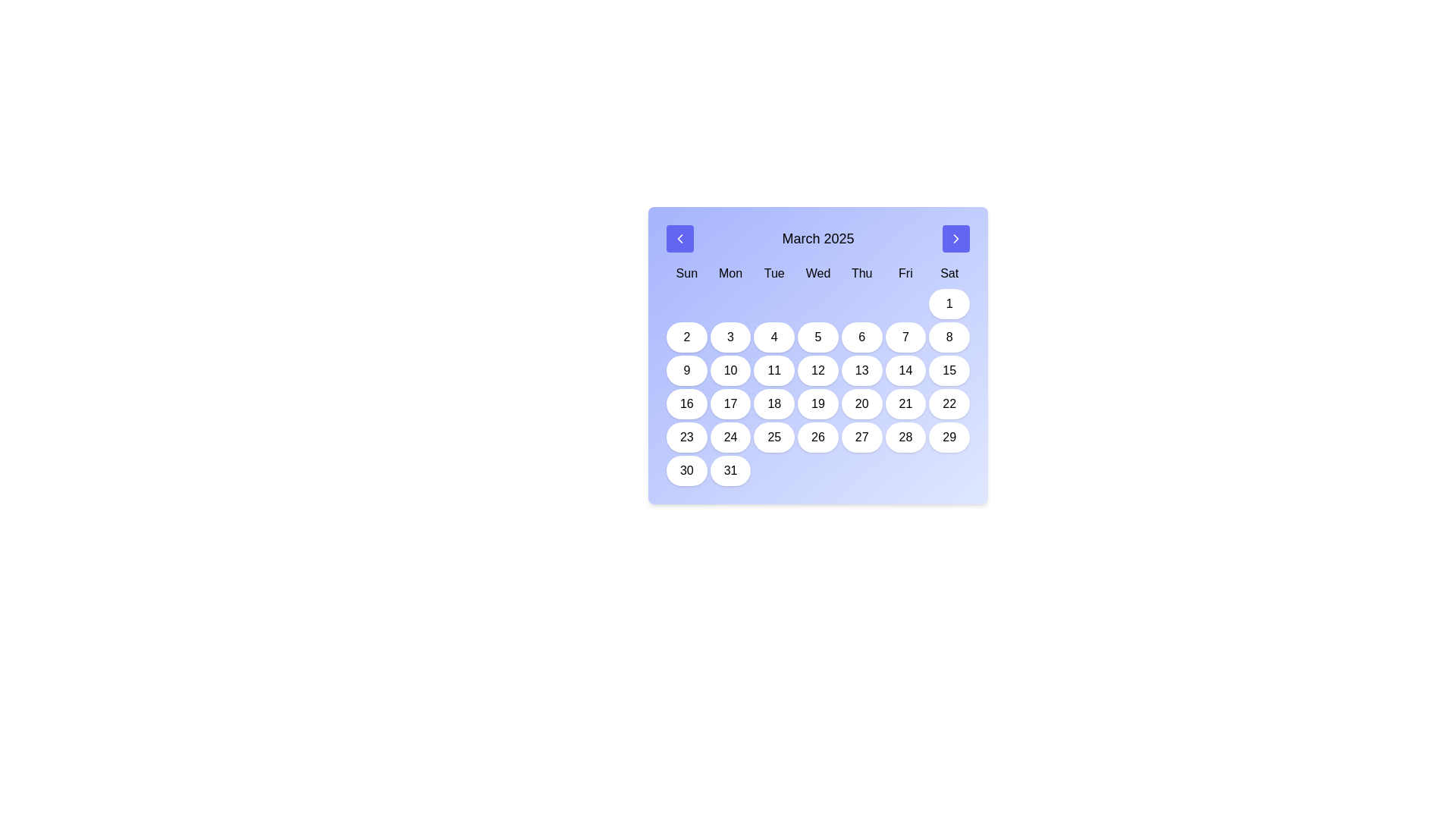 The height and width of the screenshot is (819, 1456). Describe the element at coordinates (955, 239) in the screenshot. I see `the right-facing chevron icon button located at the top-right corner of the calendar interface` at that location.